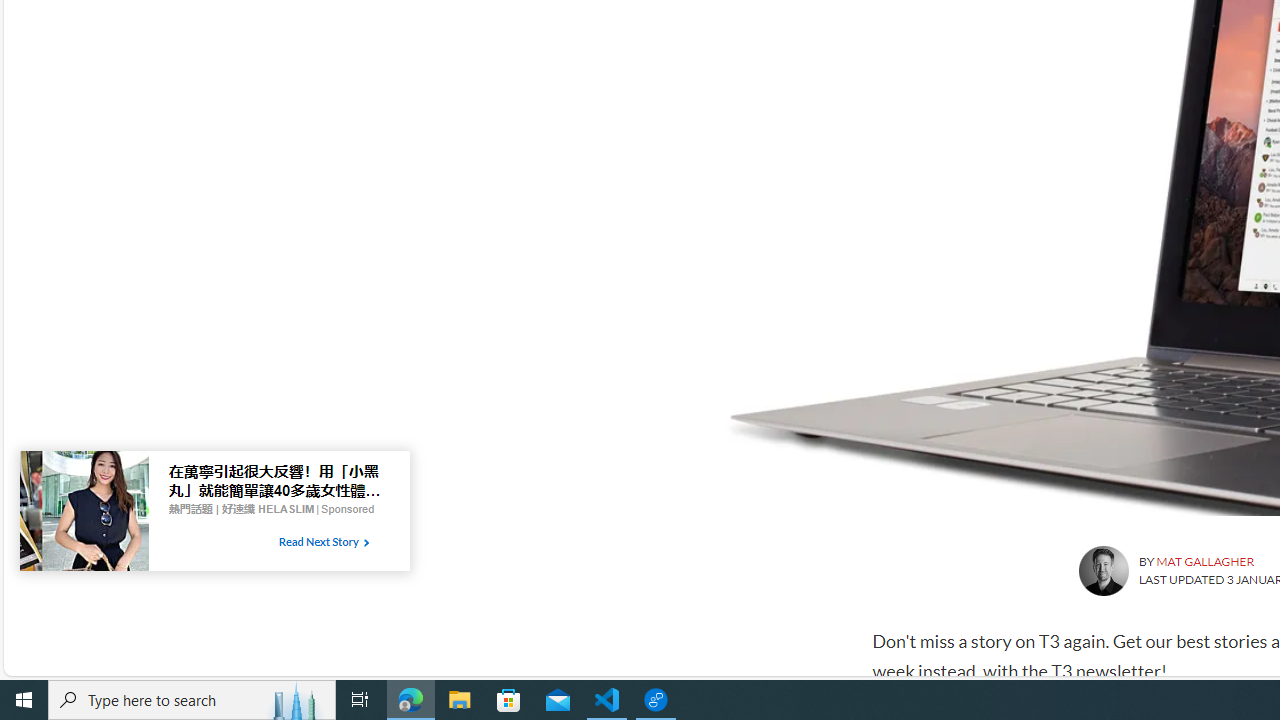 This screenshot has width=1280, height=720. I want to click on 'Class: tbl-arrow-icon arrow-2', so click(366, 543).